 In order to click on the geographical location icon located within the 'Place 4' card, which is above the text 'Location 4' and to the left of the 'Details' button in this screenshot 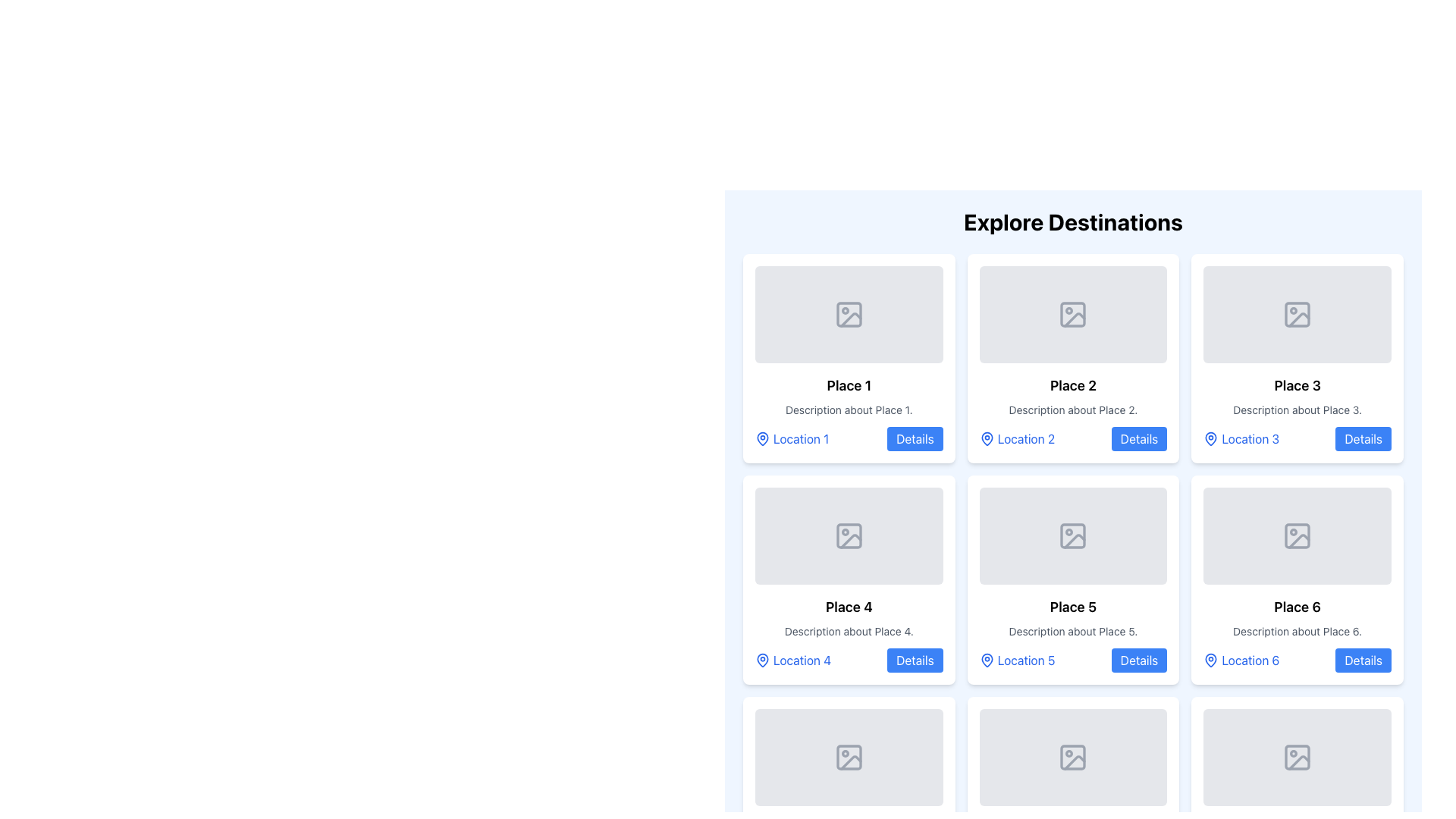, I will do `click(763, 659)`.